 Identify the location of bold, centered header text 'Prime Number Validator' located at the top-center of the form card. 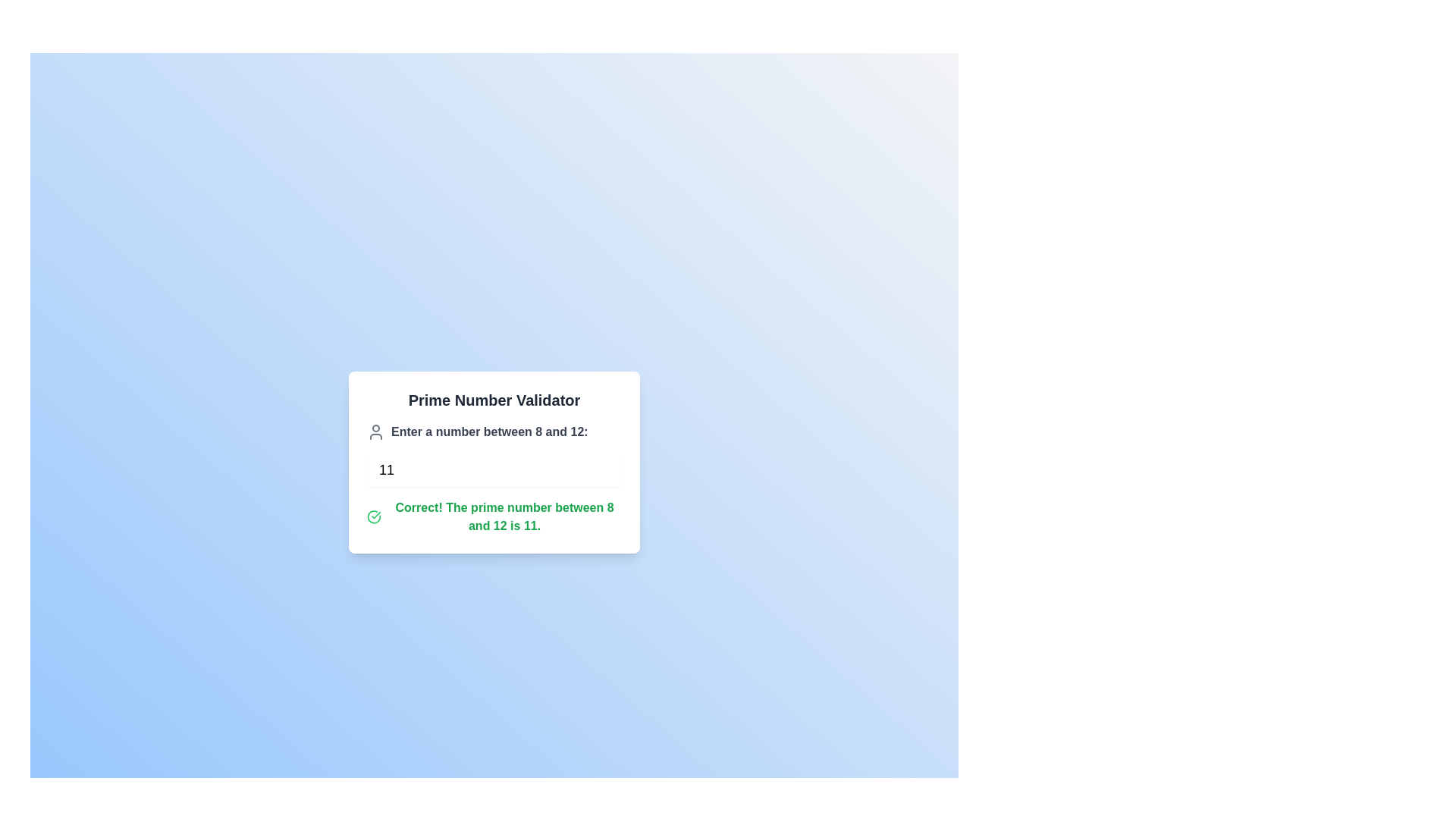
(494, 400).